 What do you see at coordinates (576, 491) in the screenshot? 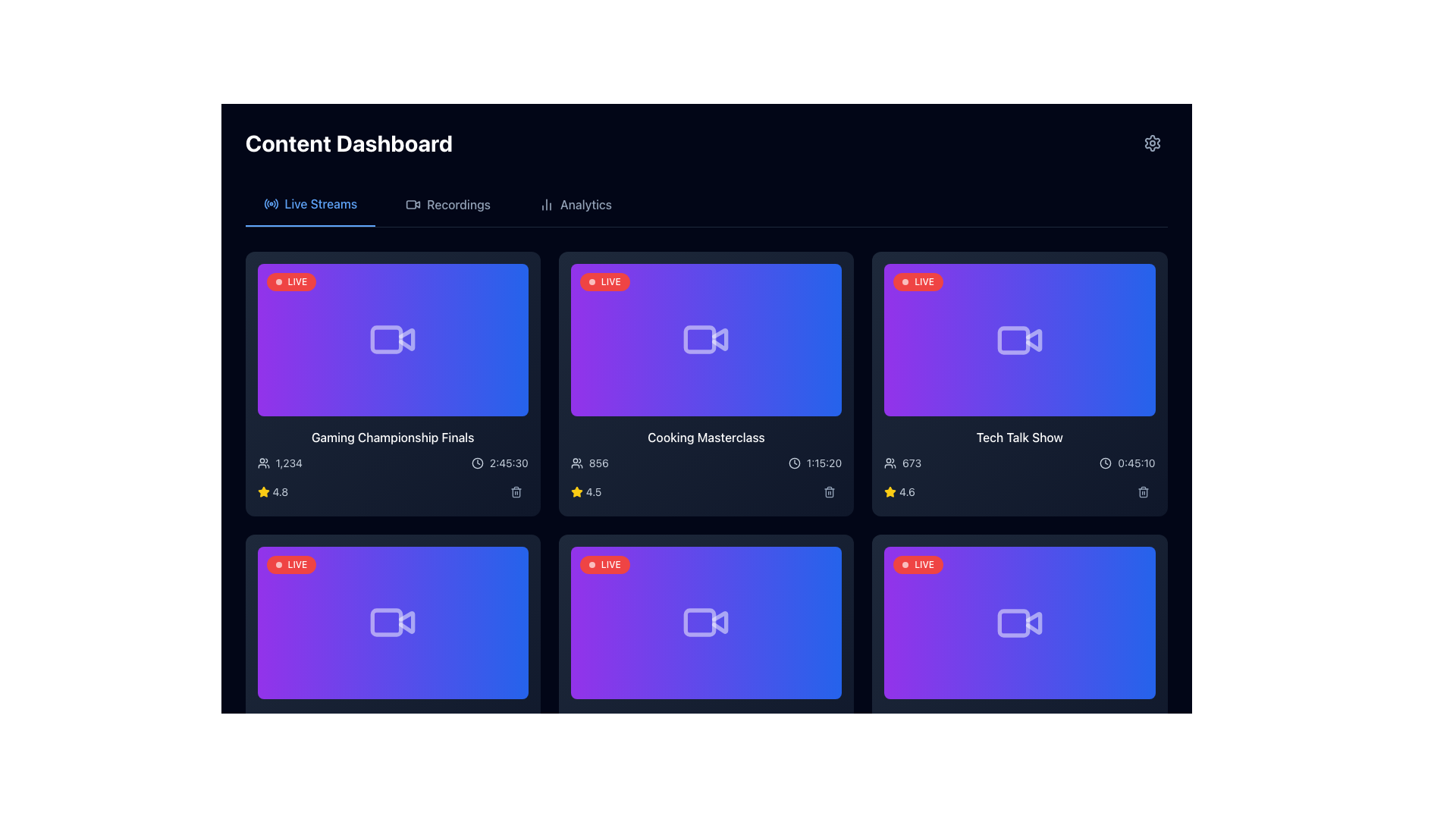
I see `the star icon in the bottom section of the 'Gaming Championship Finals' card within the 'Live Streams' section, which visually indicates a rating score of '4.8'` at bounding box center [576, 491].